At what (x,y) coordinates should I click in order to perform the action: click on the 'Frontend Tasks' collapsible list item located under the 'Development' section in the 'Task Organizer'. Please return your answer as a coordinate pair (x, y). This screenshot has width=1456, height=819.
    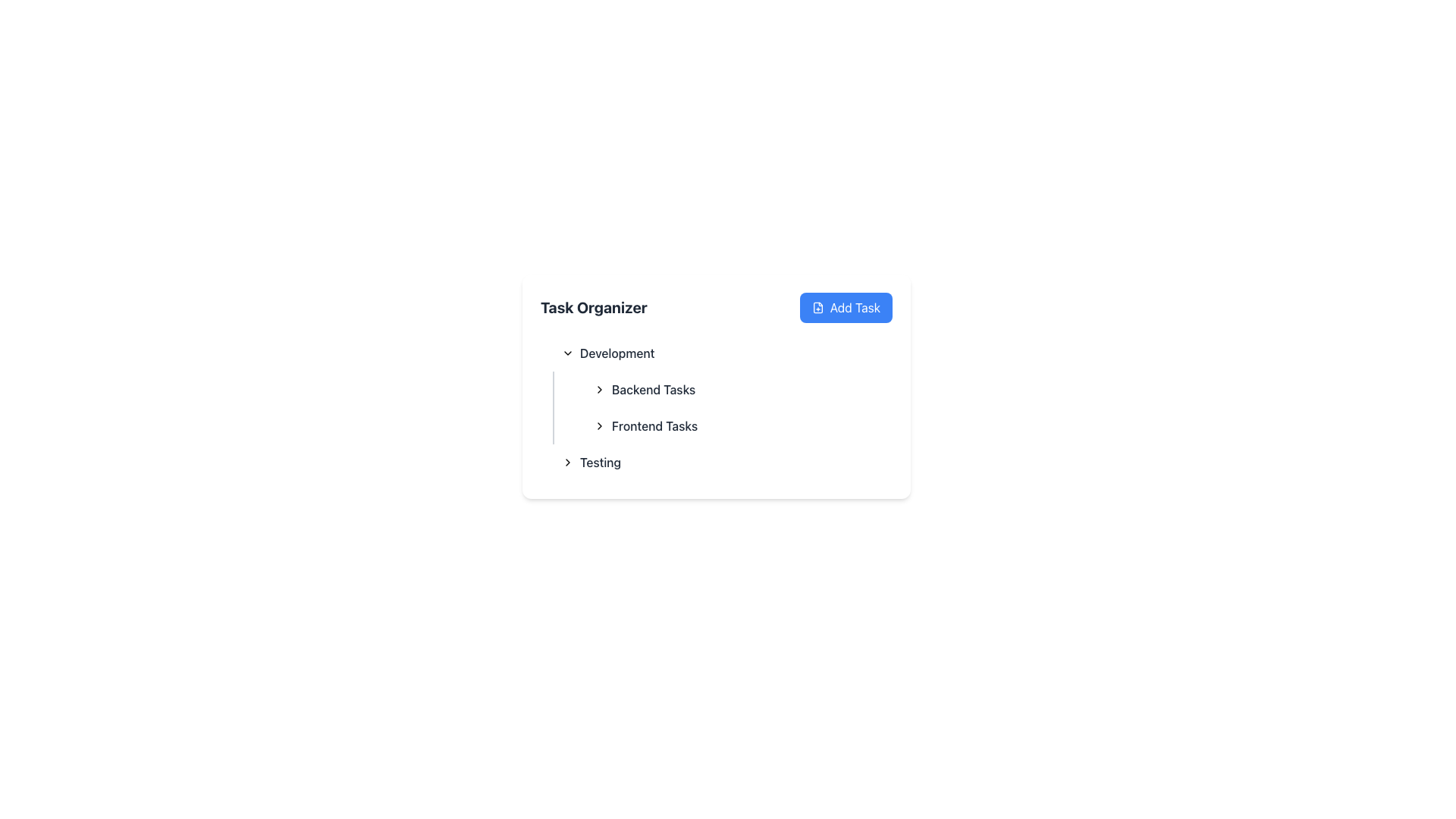
    Looking at the image, I should click on (732, 426).